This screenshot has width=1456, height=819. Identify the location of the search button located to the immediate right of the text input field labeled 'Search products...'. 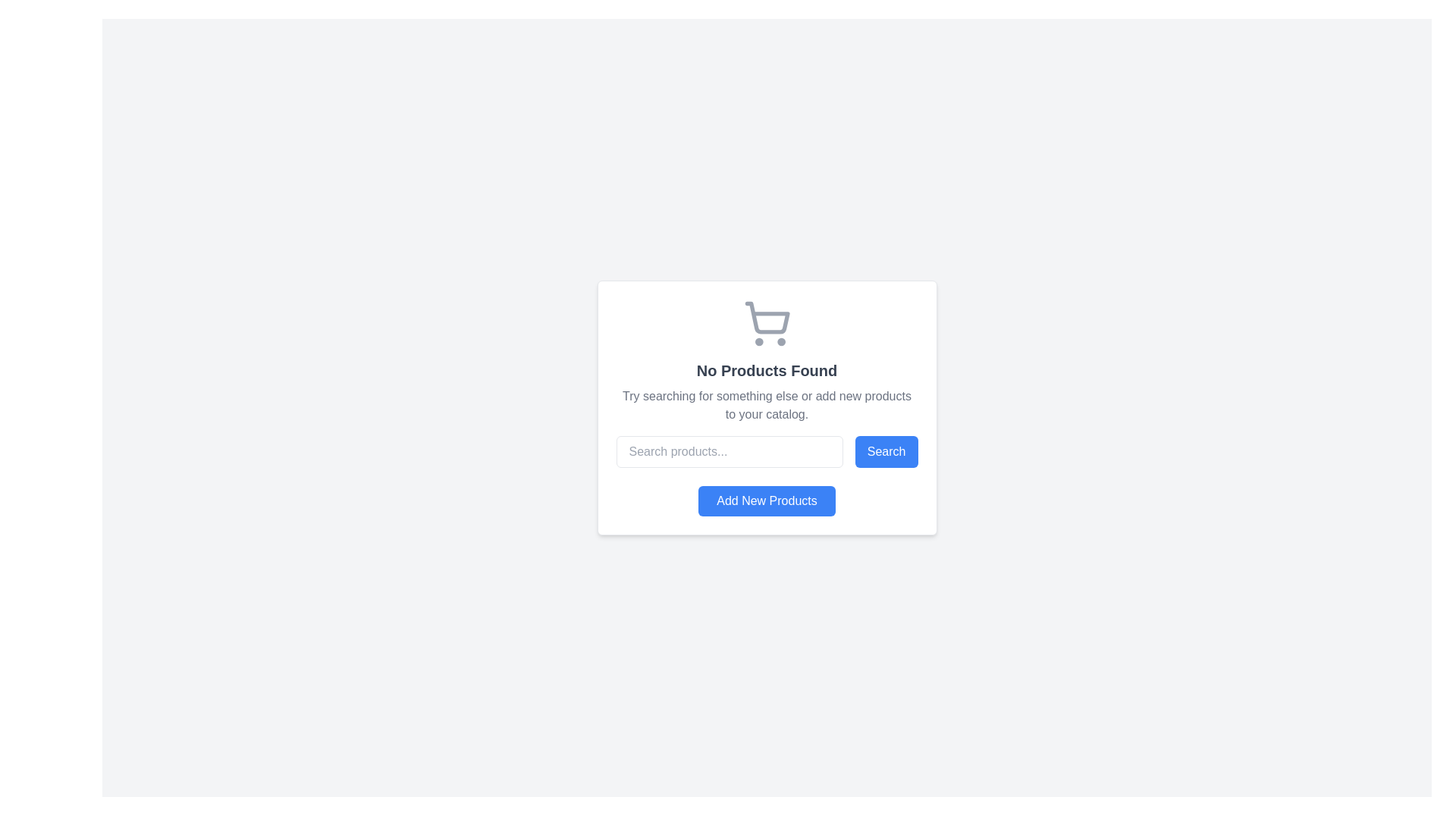
(886, 451).